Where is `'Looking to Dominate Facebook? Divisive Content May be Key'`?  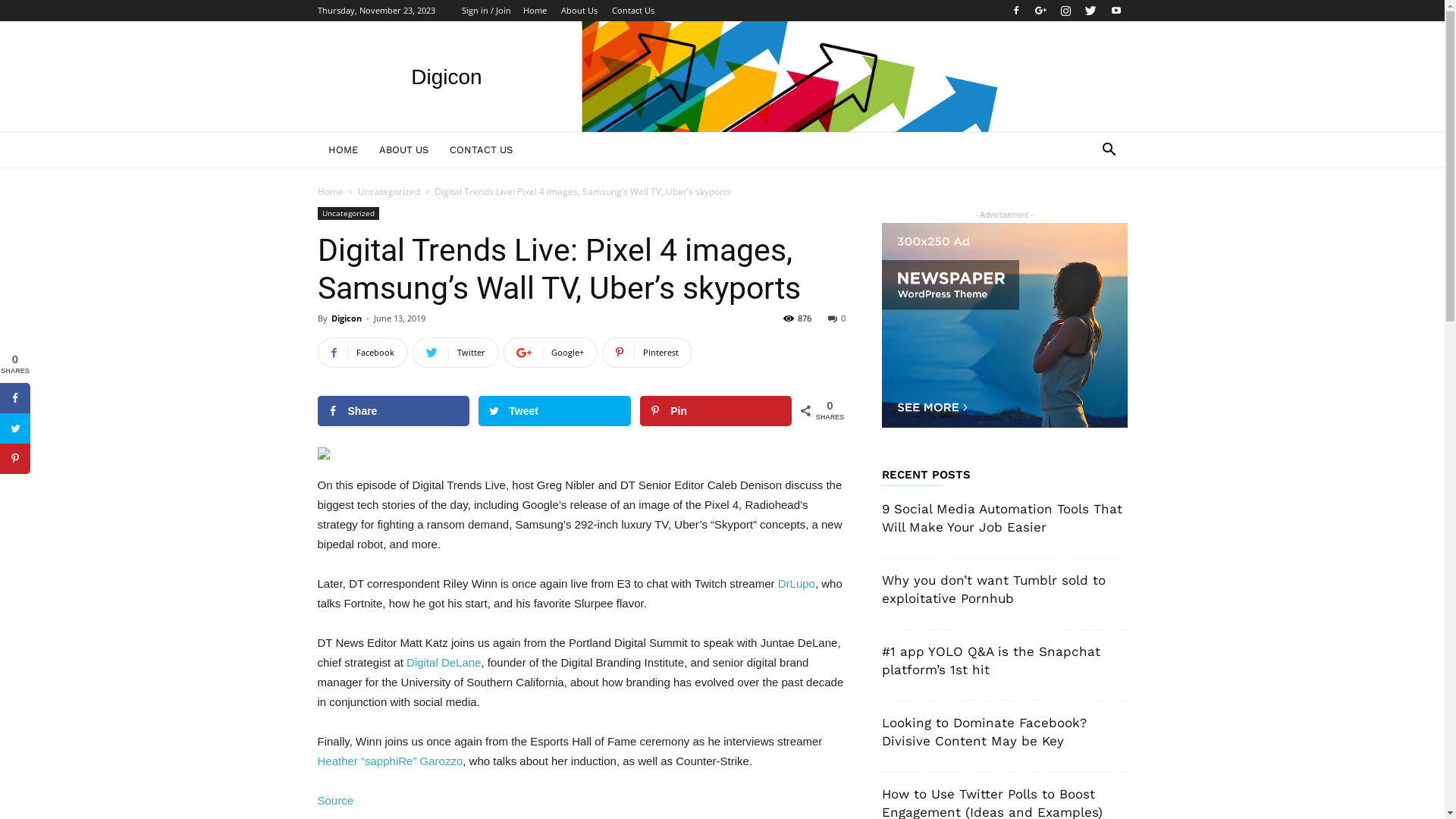 'Looking to Dominate Facebook? Divisive Content May be Key' is located at coordinates (983, 730).